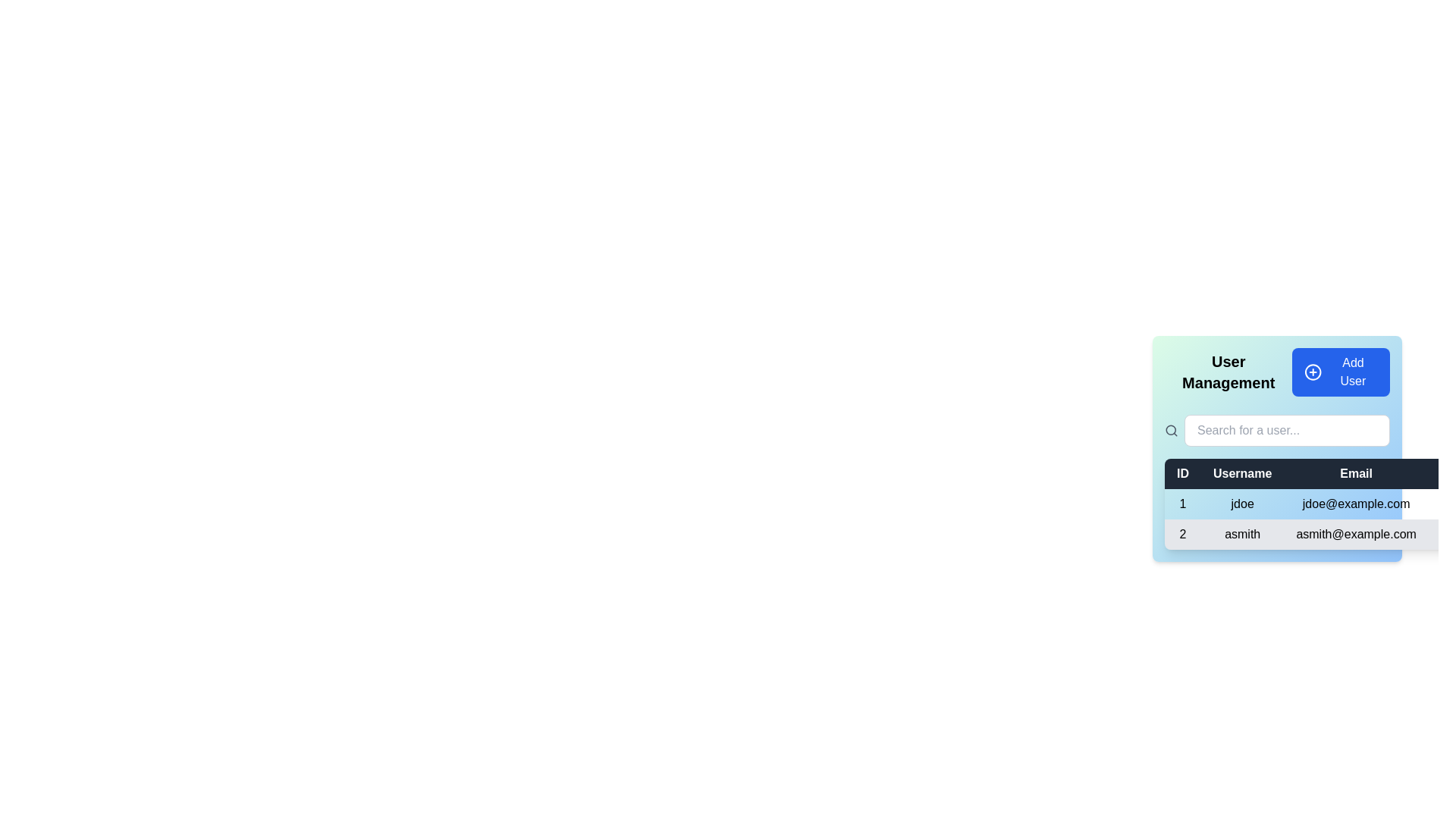 This screenshot has width=1456, height=819. What do you see at coordinates (1313, 372) in the screenshot?
I see `the icon element located in the toolbar to the right of the 'User Management' label` at bounding box center [1313, 372].